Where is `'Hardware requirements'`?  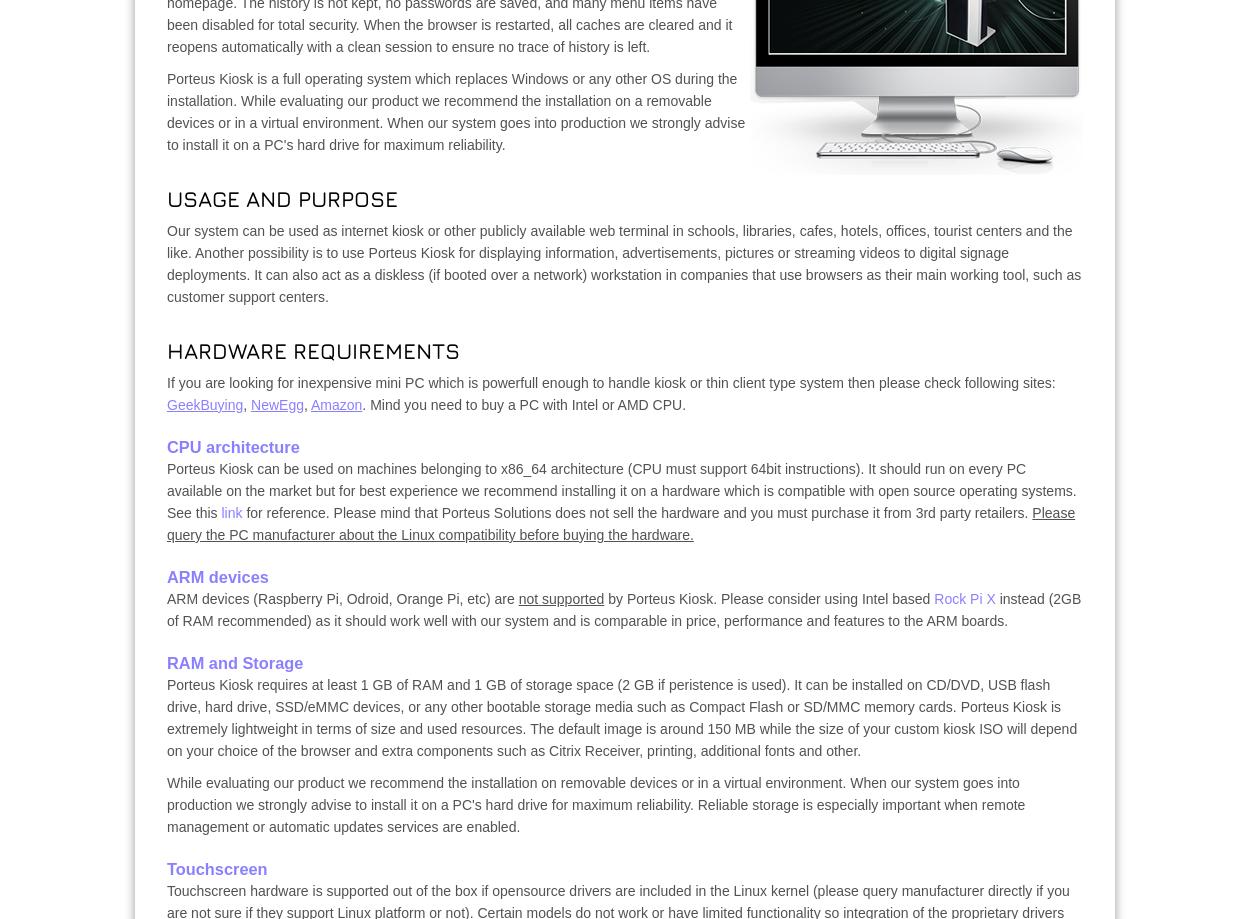
'Hardware requirements' is located at coordinates (312, 349).